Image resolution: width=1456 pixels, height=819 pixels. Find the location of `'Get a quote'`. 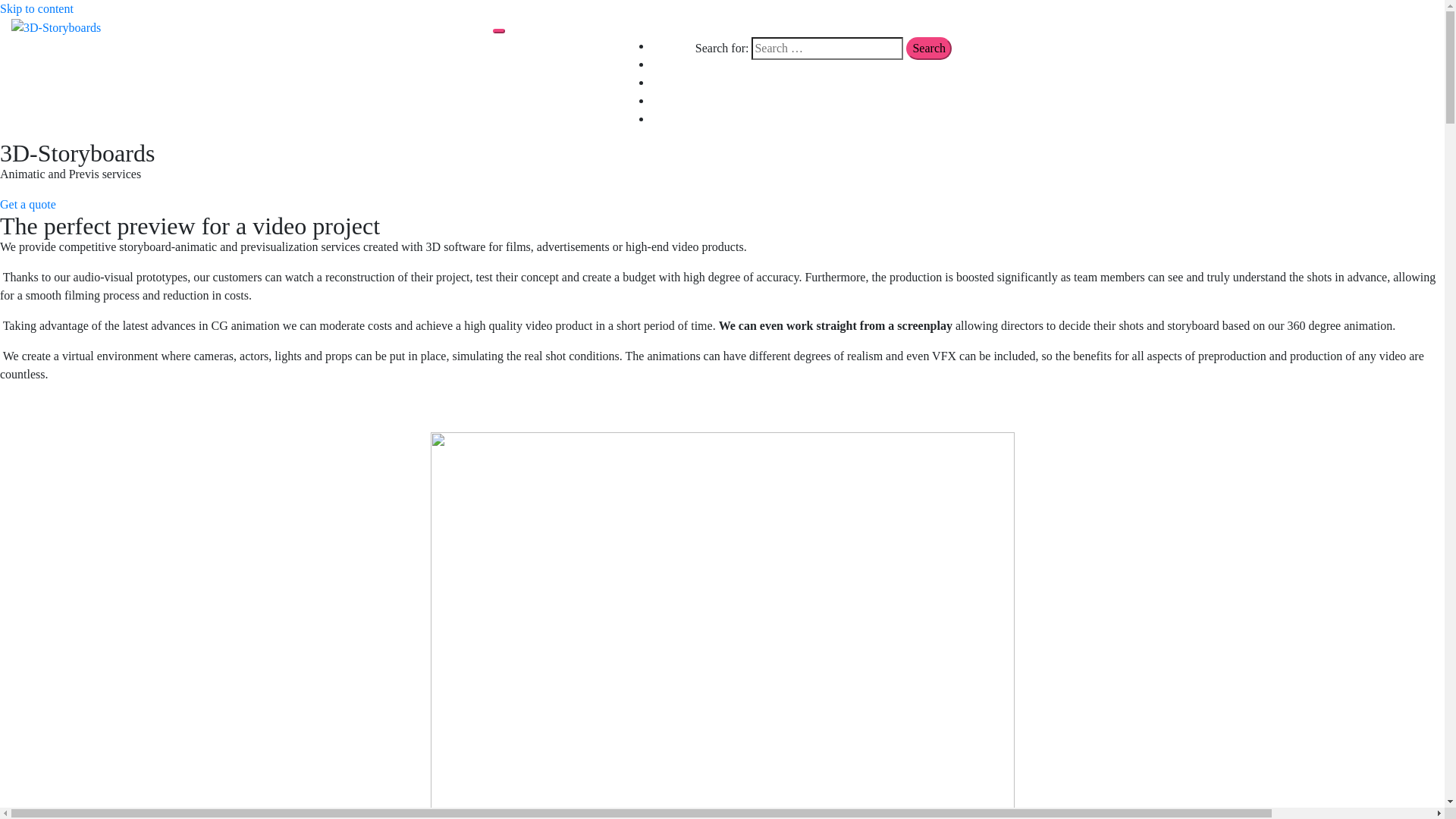

'Get a quote' is located at coordinates (28, 203).